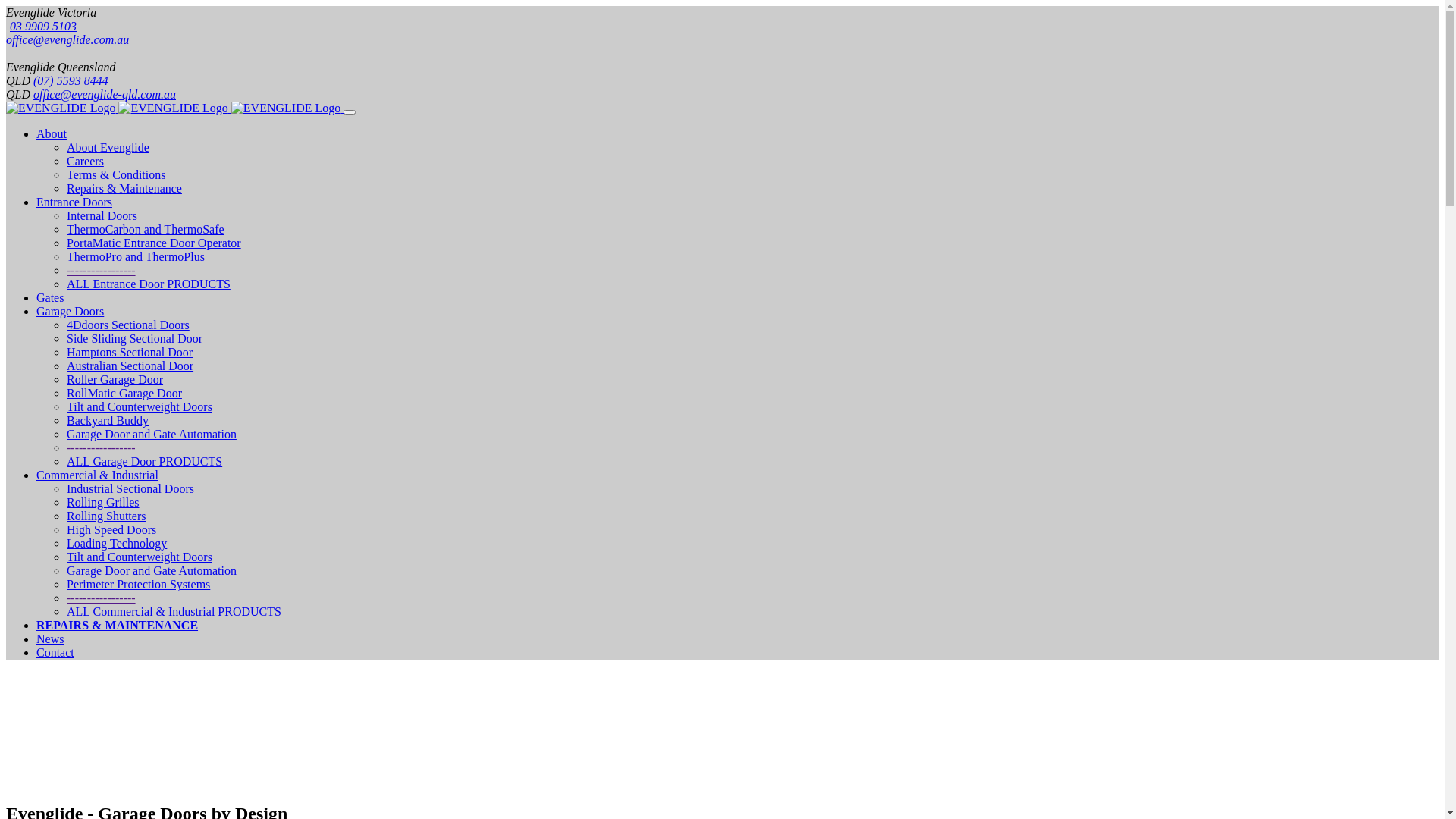 This screenshot has width=1456, height=819. Describe the element at coordinates (134, 337) in the screenshot. I see `'Side Sliding Sectional Door'` at that location.